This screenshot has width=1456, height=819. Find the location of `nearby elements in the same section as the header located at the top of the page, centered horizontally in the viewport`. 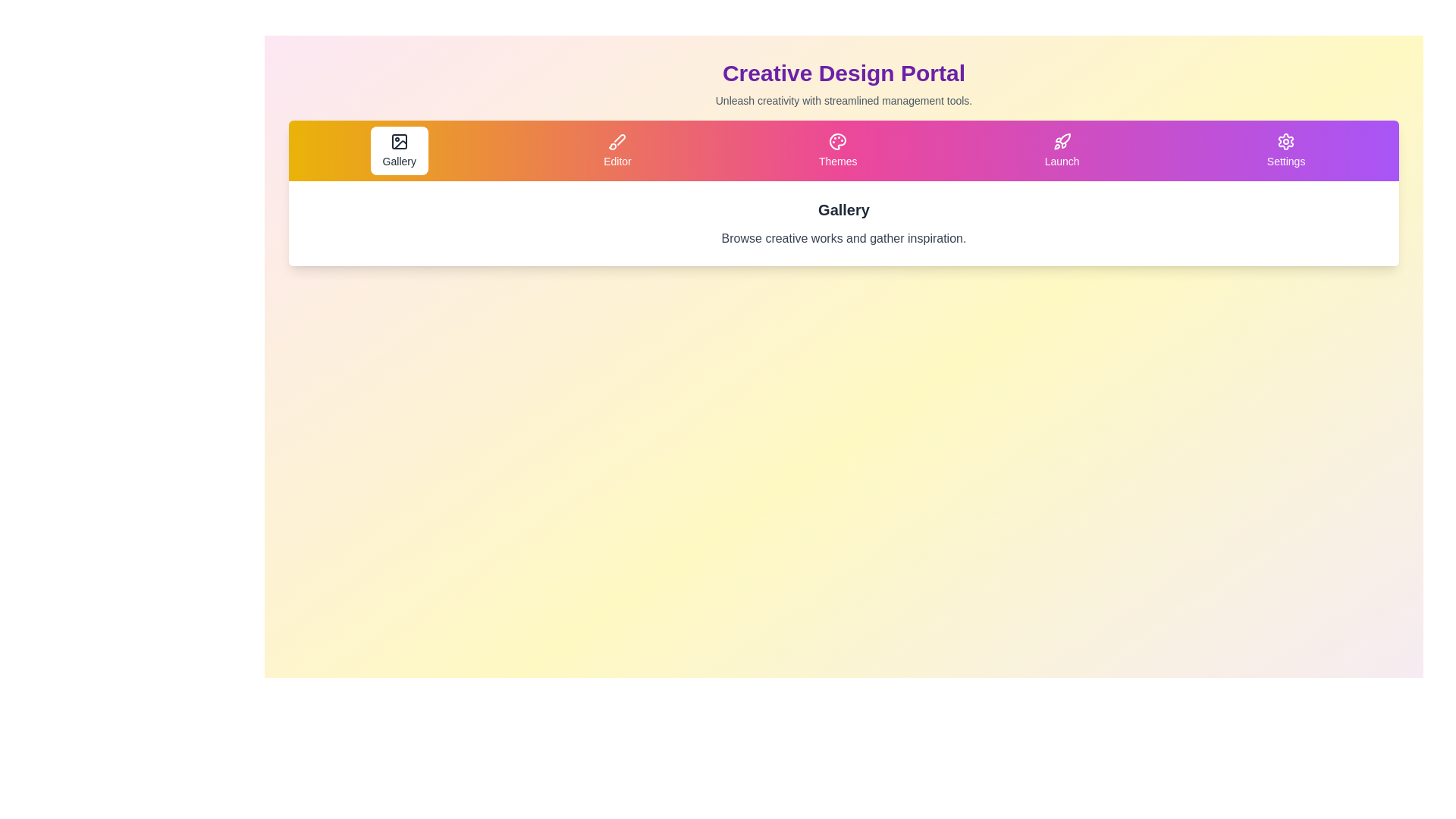

nearby elements in the same section as the header located at the top of the page, centered horizontally in the viewport is located at coordinates (843, 84).